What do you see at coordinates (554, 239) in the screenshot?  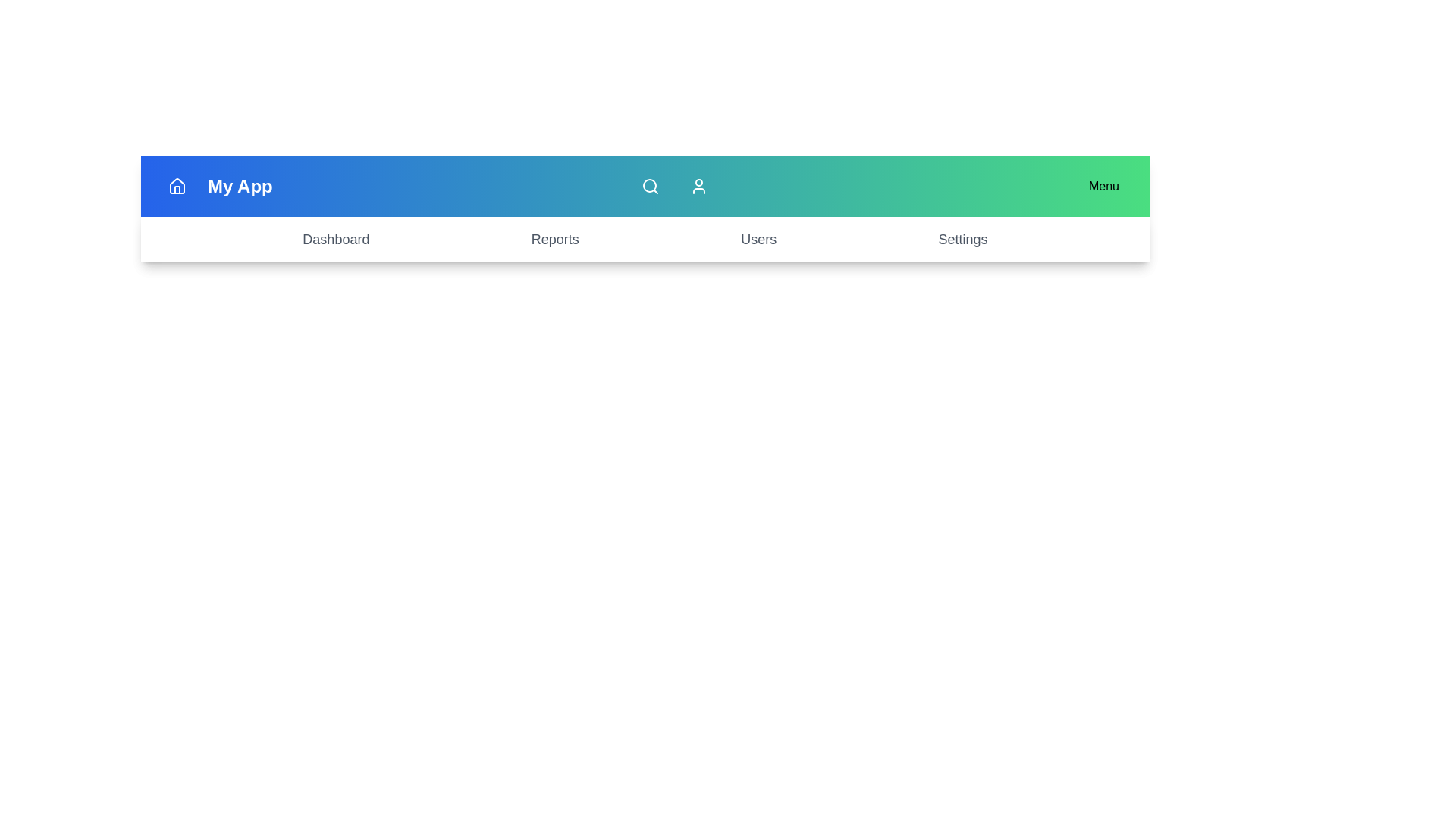 I see `the menu item Reports from the navigation bar` at bounding box center [554, 239].